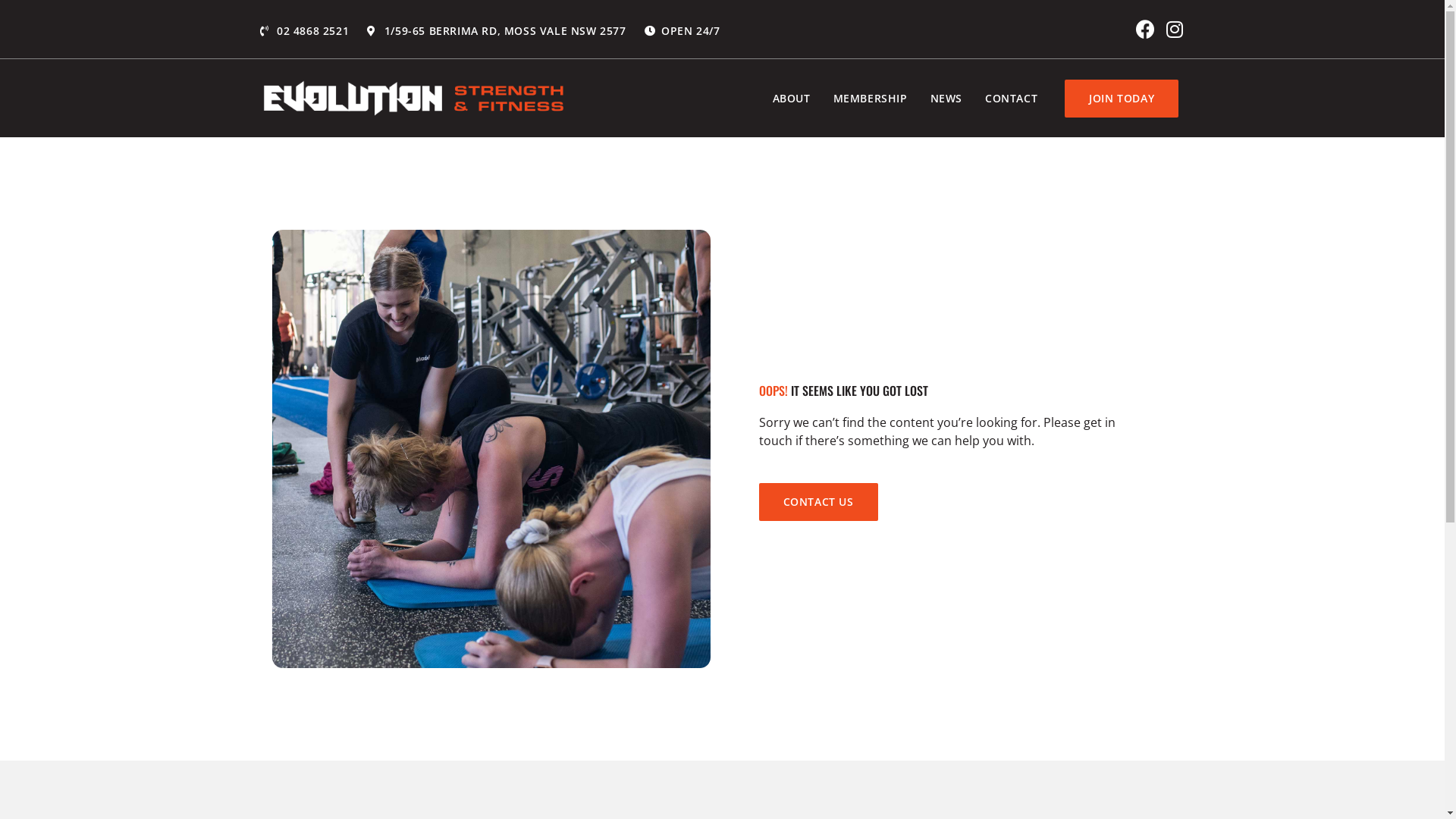  What do you see at coordinates (817, 502) in the screenshot?
I see `'CONTACT US'` at bounding box center [817, 502].